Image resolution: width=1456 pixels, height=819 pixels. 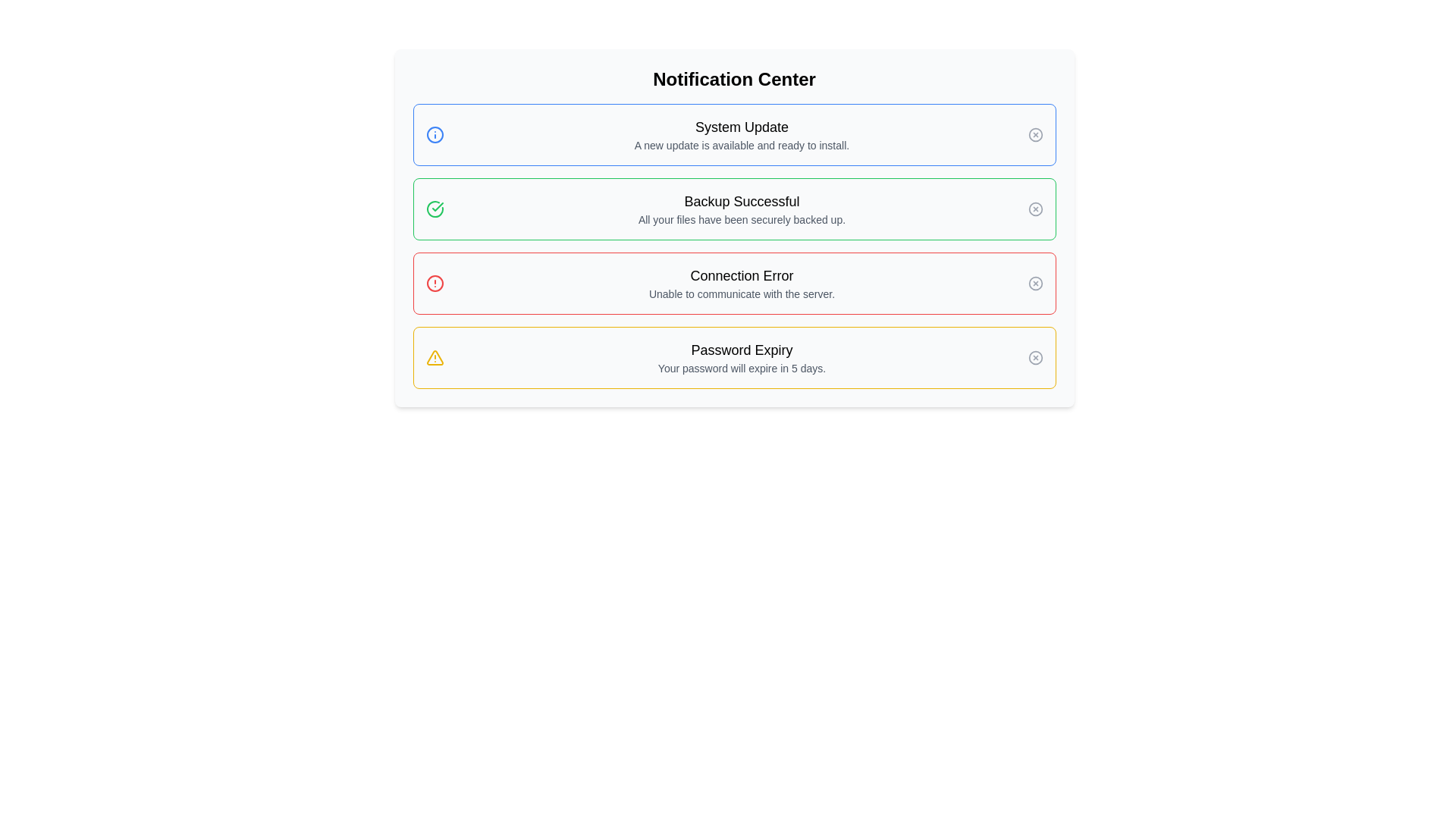 I want to click on the connection error icon located within the 'Connection Error' notification card, which is positioned to the left of the text content, so click(x=434, y=284).